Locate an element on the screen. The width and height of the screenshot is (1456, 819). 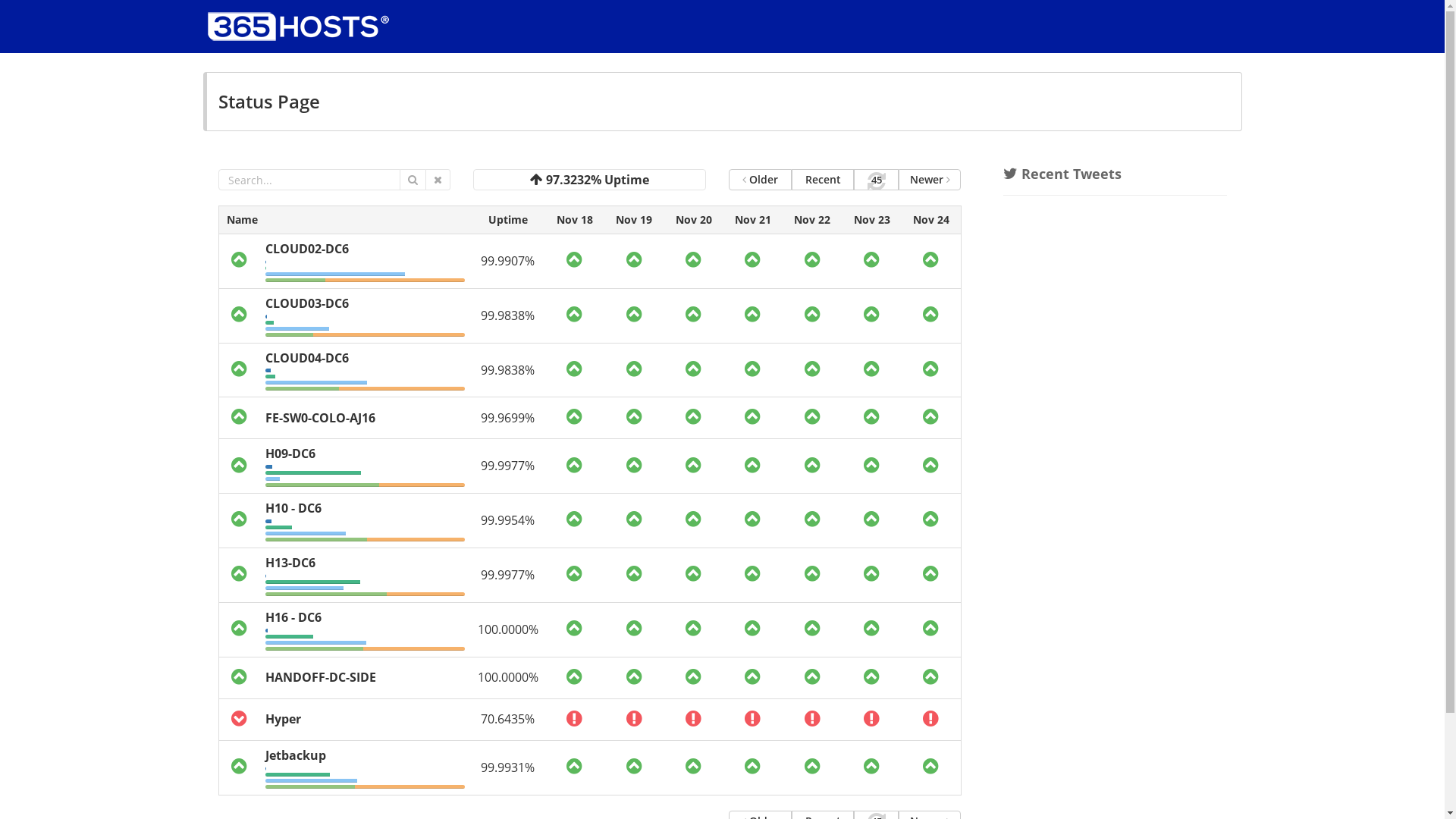
'Older' is located at coordinates (728, 178).